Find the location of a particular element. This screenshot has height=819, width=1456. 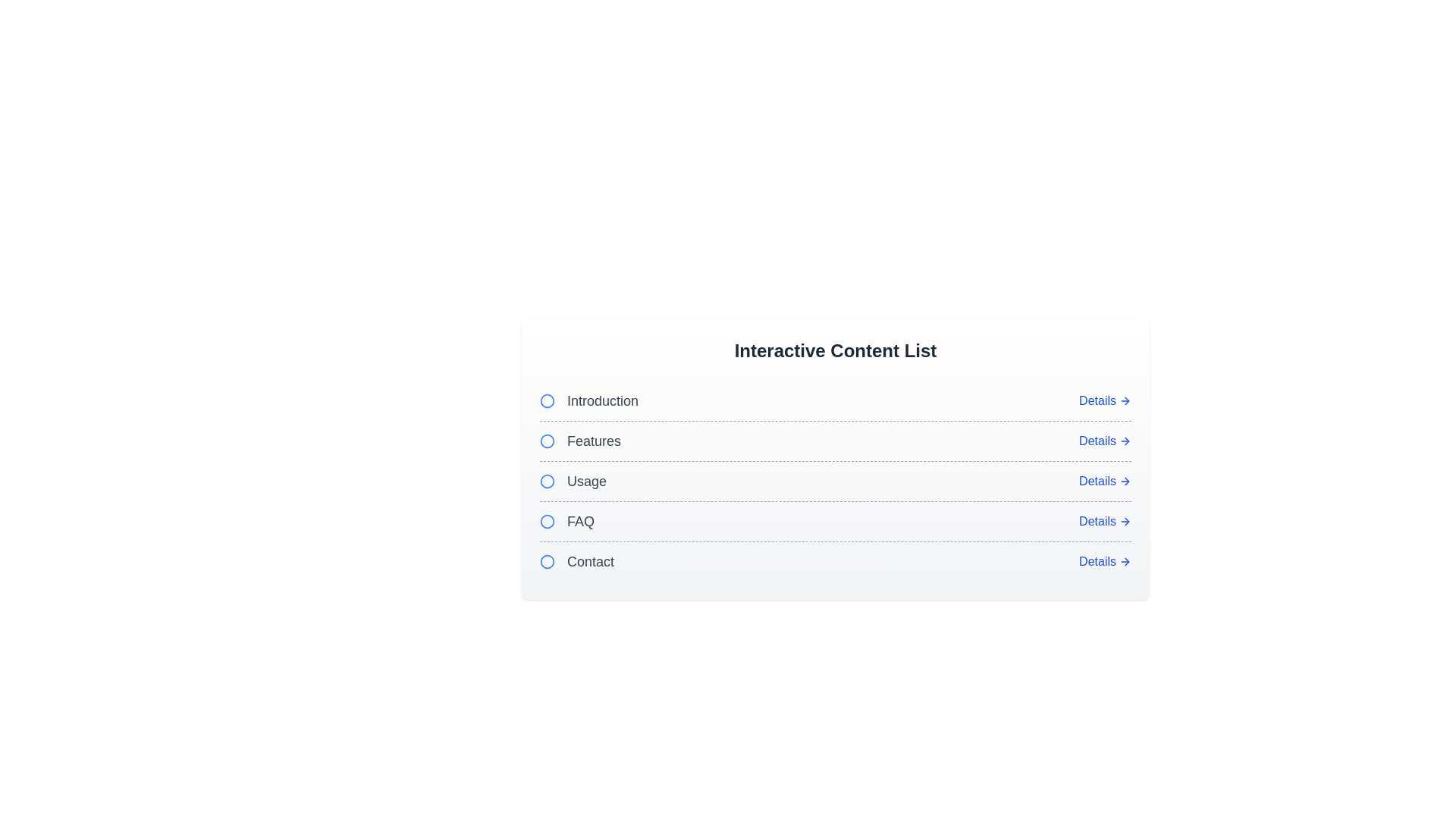

the arrow icon pointing to the right, which is part of the 'Details' link in the fifth row of the table associated with the 'Contact' entry is located at coordinates (1125, 482).